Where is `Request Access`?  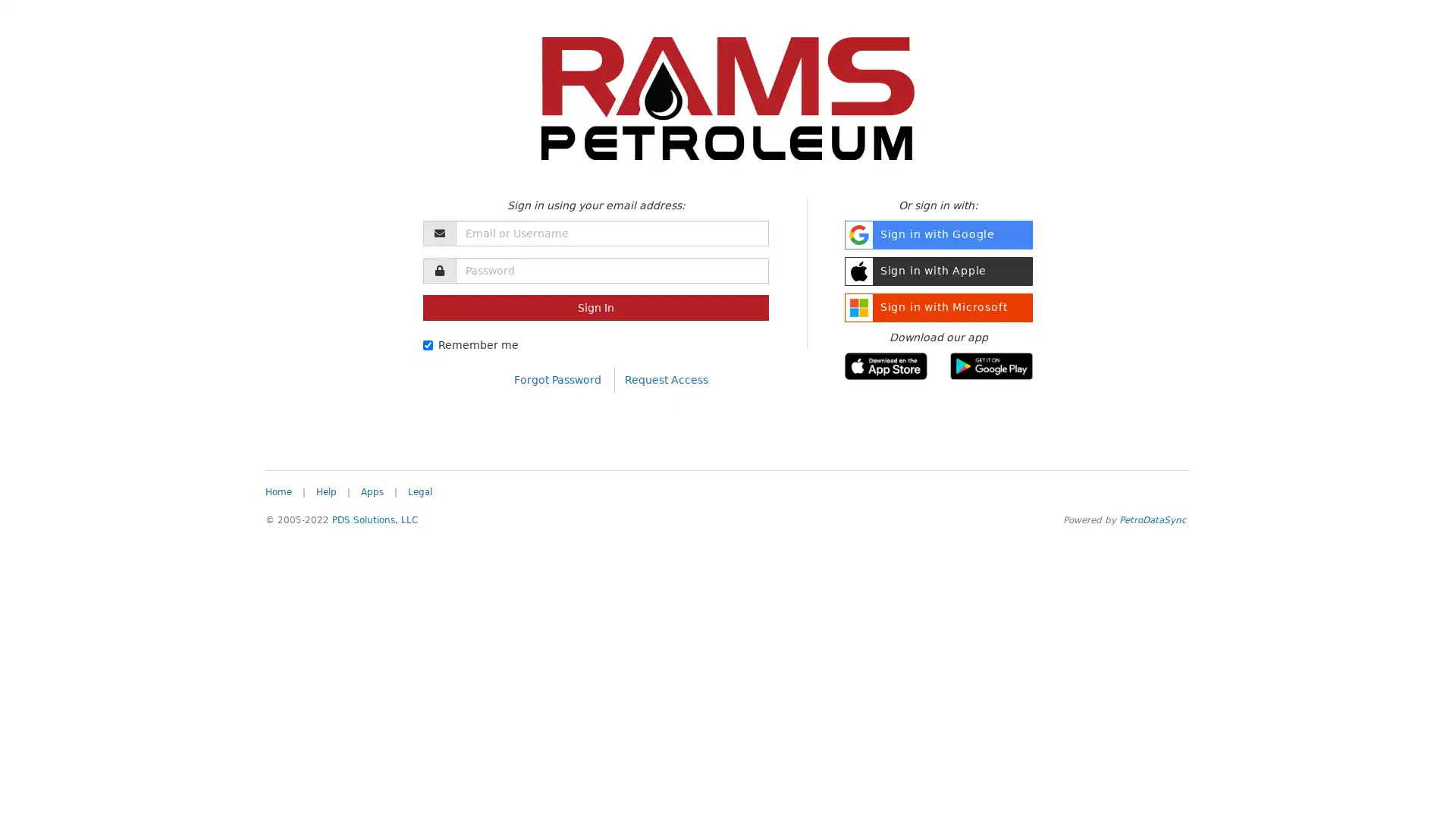
Request Access is located at coordinates (666, 378).